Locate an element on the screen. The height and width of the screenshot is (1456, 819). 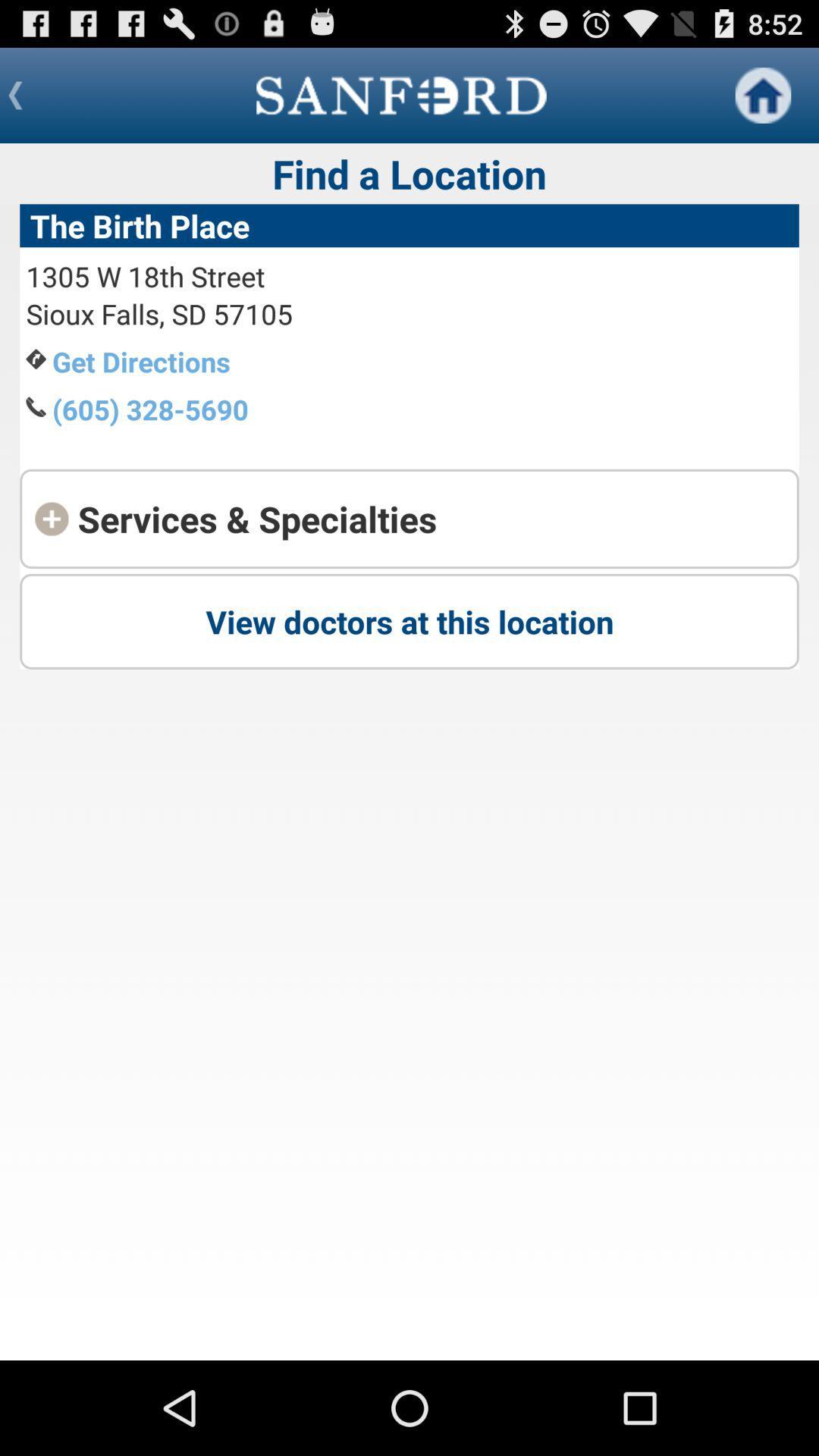
view doctors at item is located at coordinates (409, 621).